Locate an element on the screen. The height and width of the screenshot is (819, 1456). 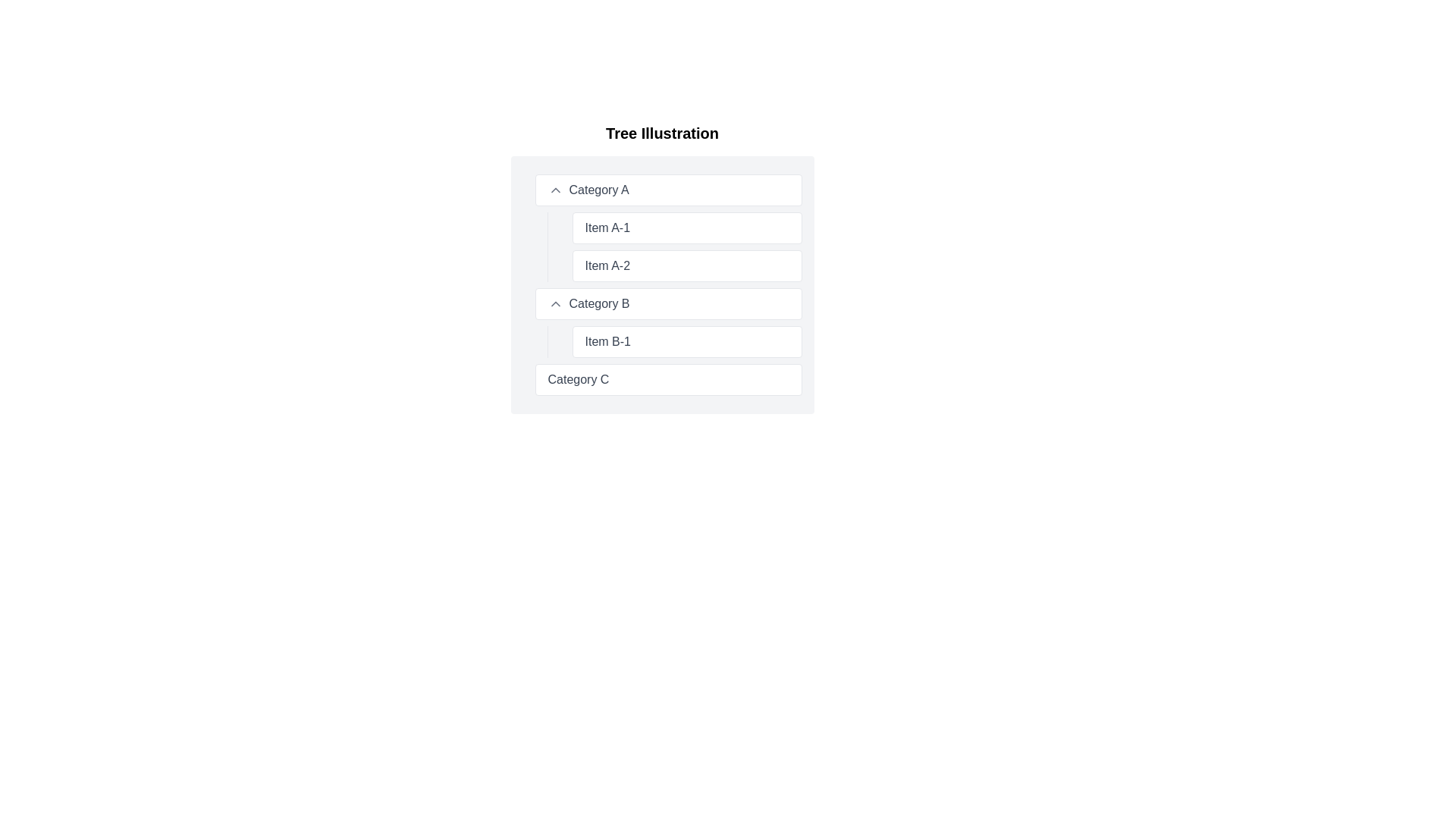
the text label displaying 'Item B-1' is located at coordinates (673, 342).